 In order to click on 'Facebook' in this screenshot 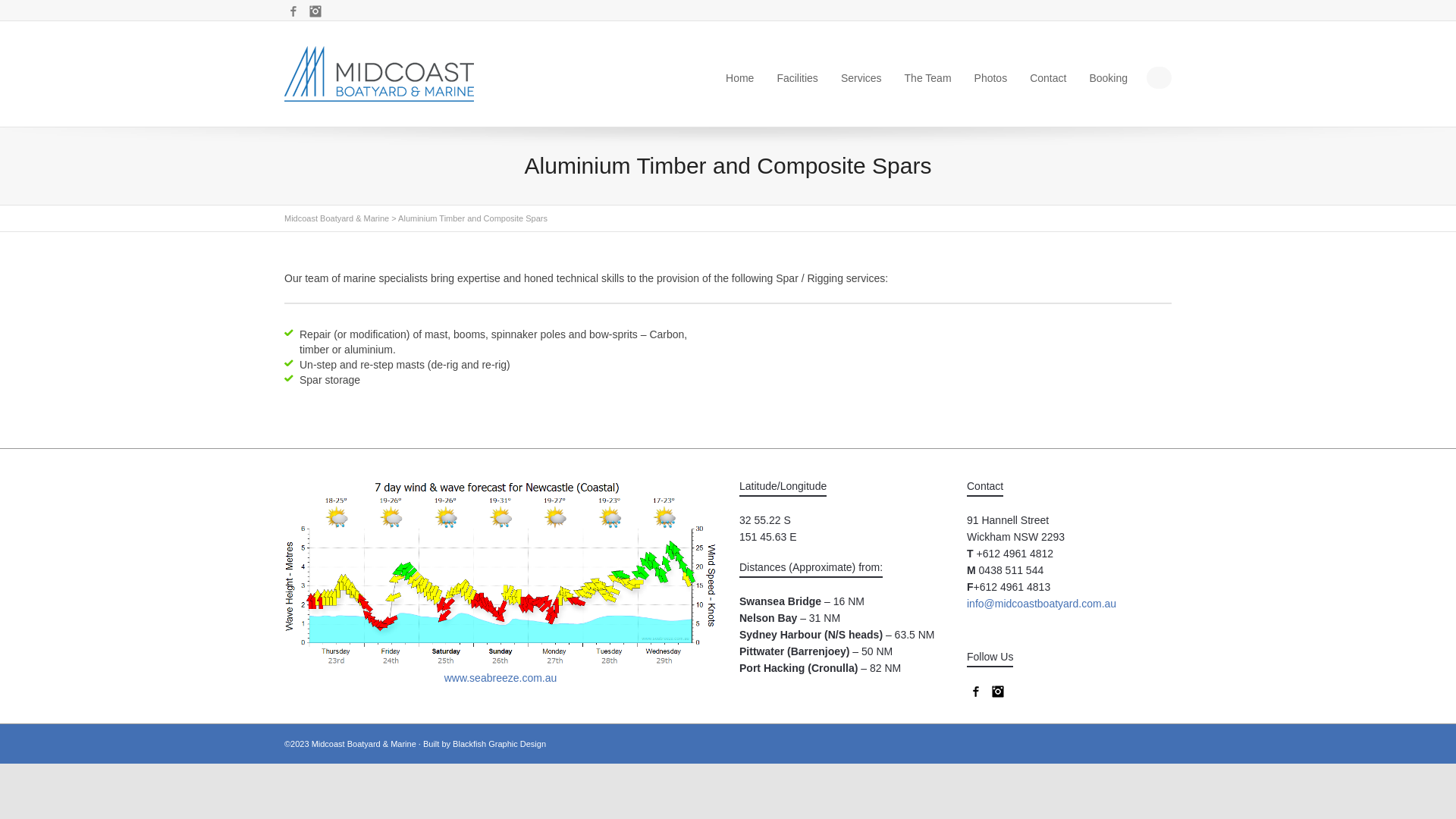, I will do `click(975, 691)`.